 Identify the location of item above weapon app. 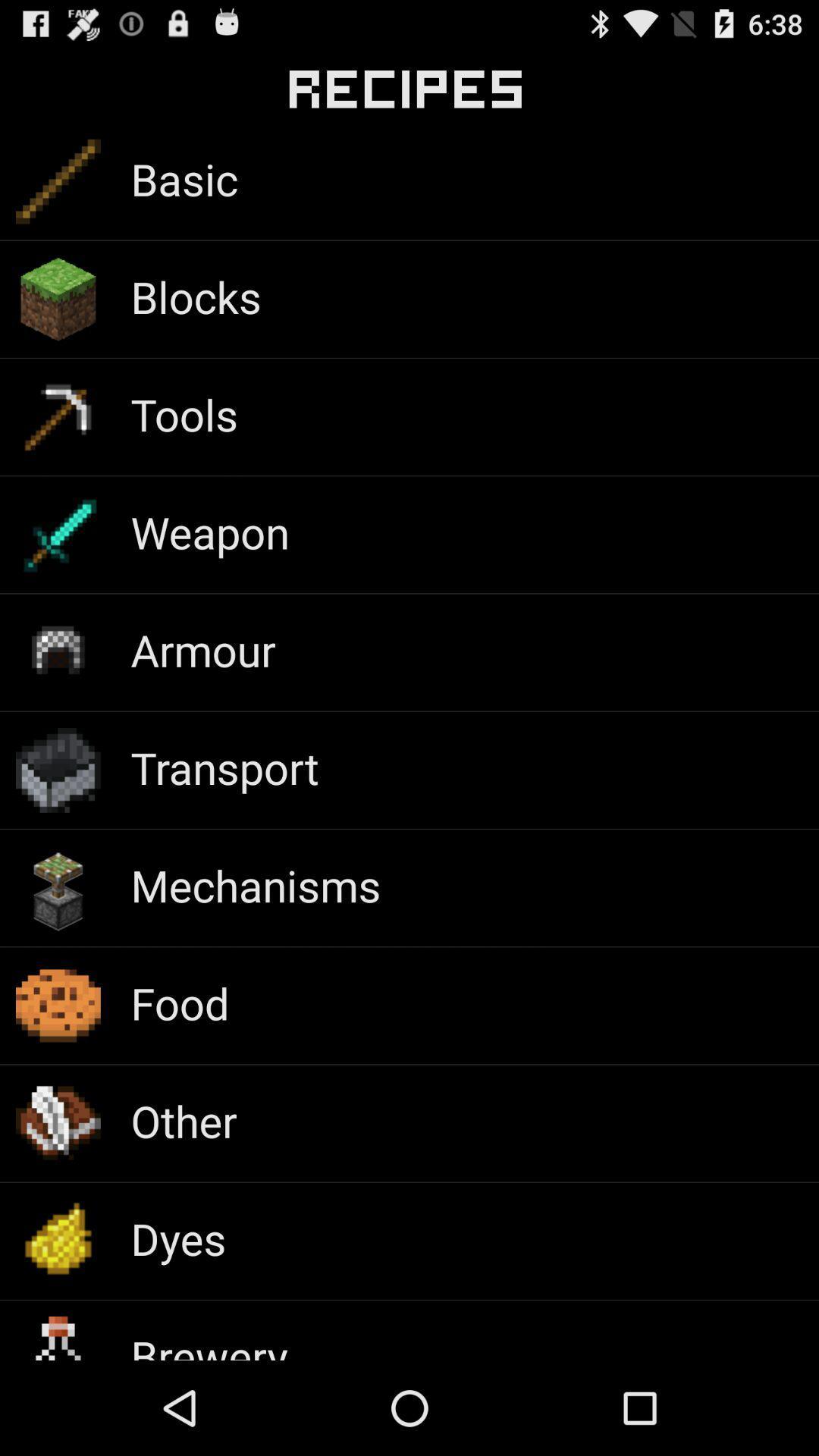
(184, 414).